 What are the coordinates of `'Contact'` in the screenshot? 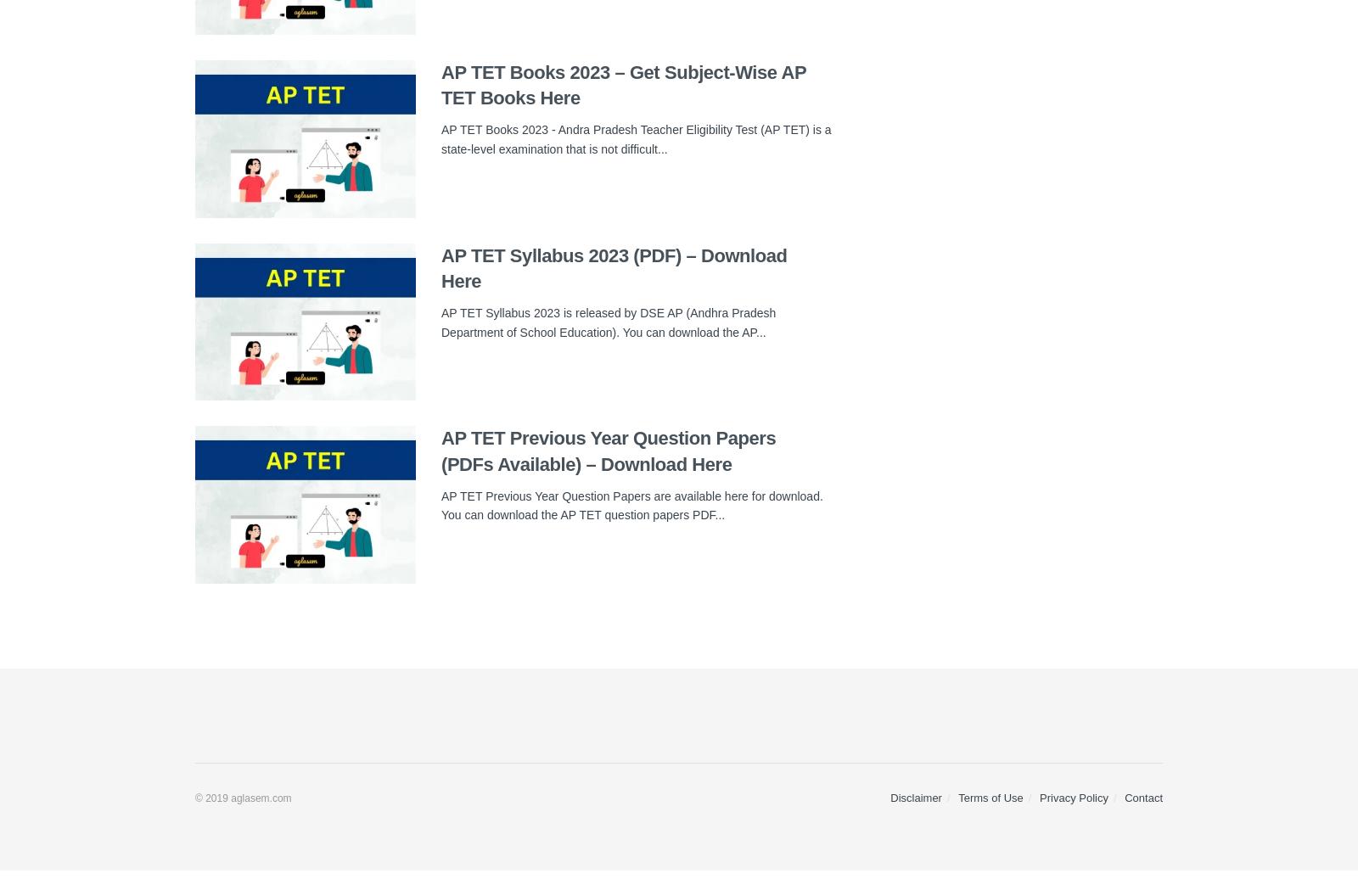 It's located at (1142, 798).